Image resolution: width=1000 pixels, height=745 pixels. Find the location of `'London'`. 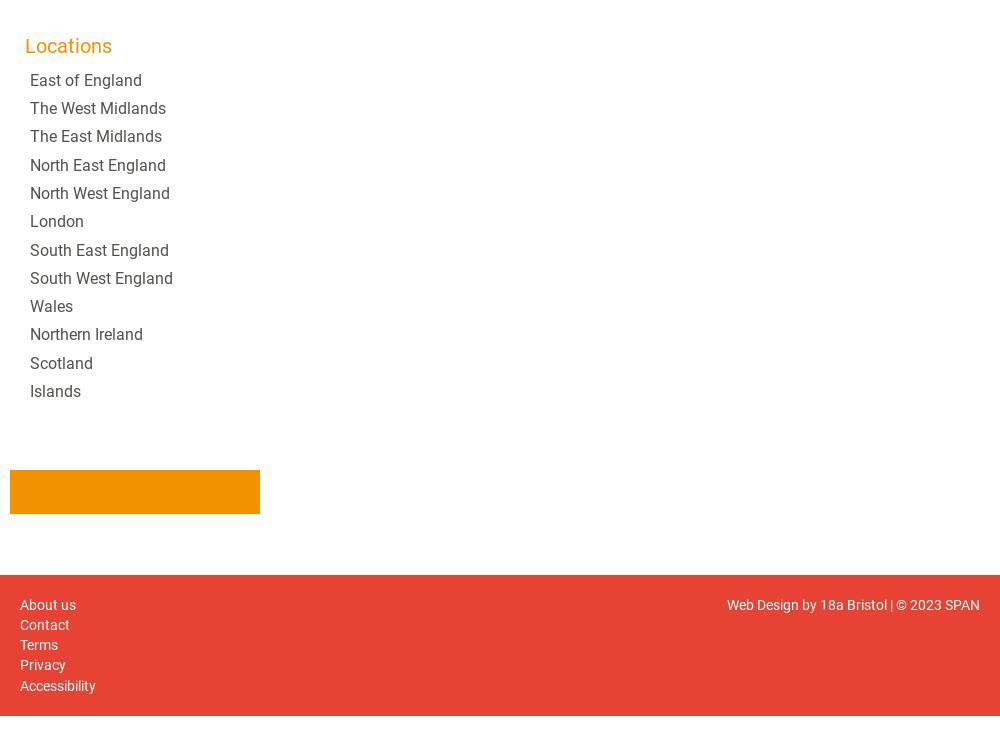

'London' is located at coordinates (30, 221).